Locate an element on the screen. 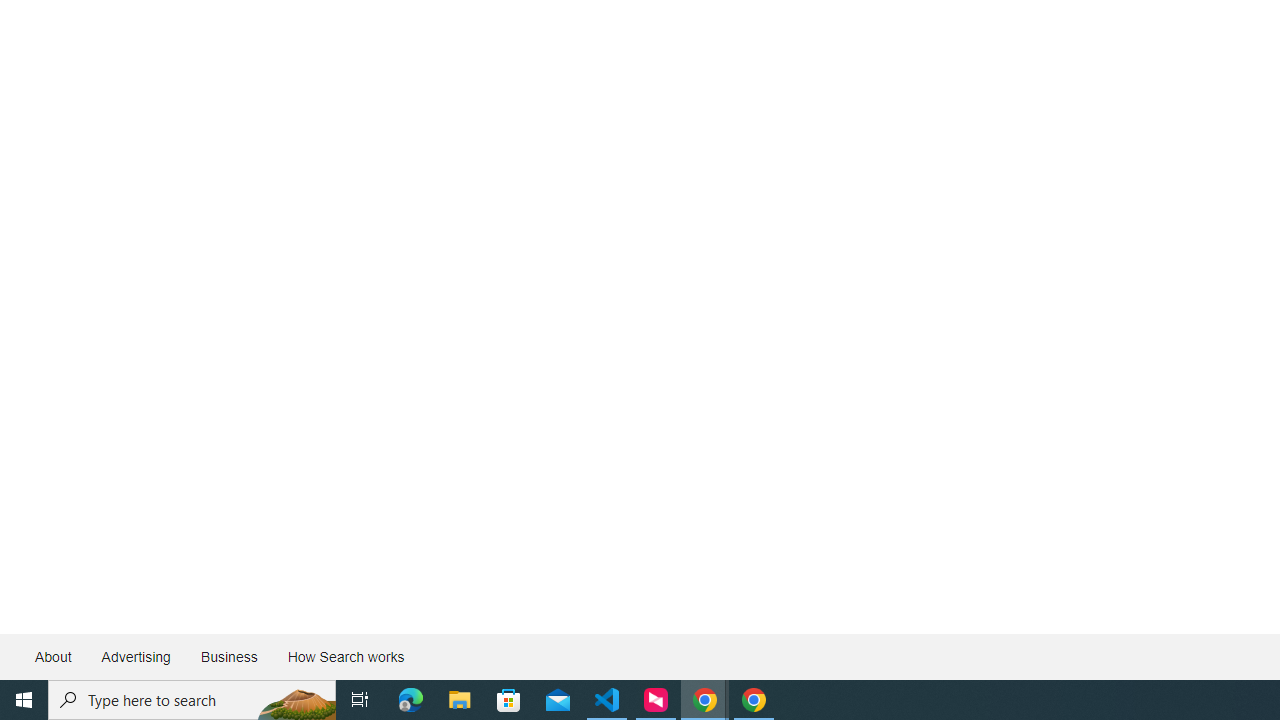 The width and height of the screenshot is (1280, 720). 'About' is located at coordinates (53, 657).